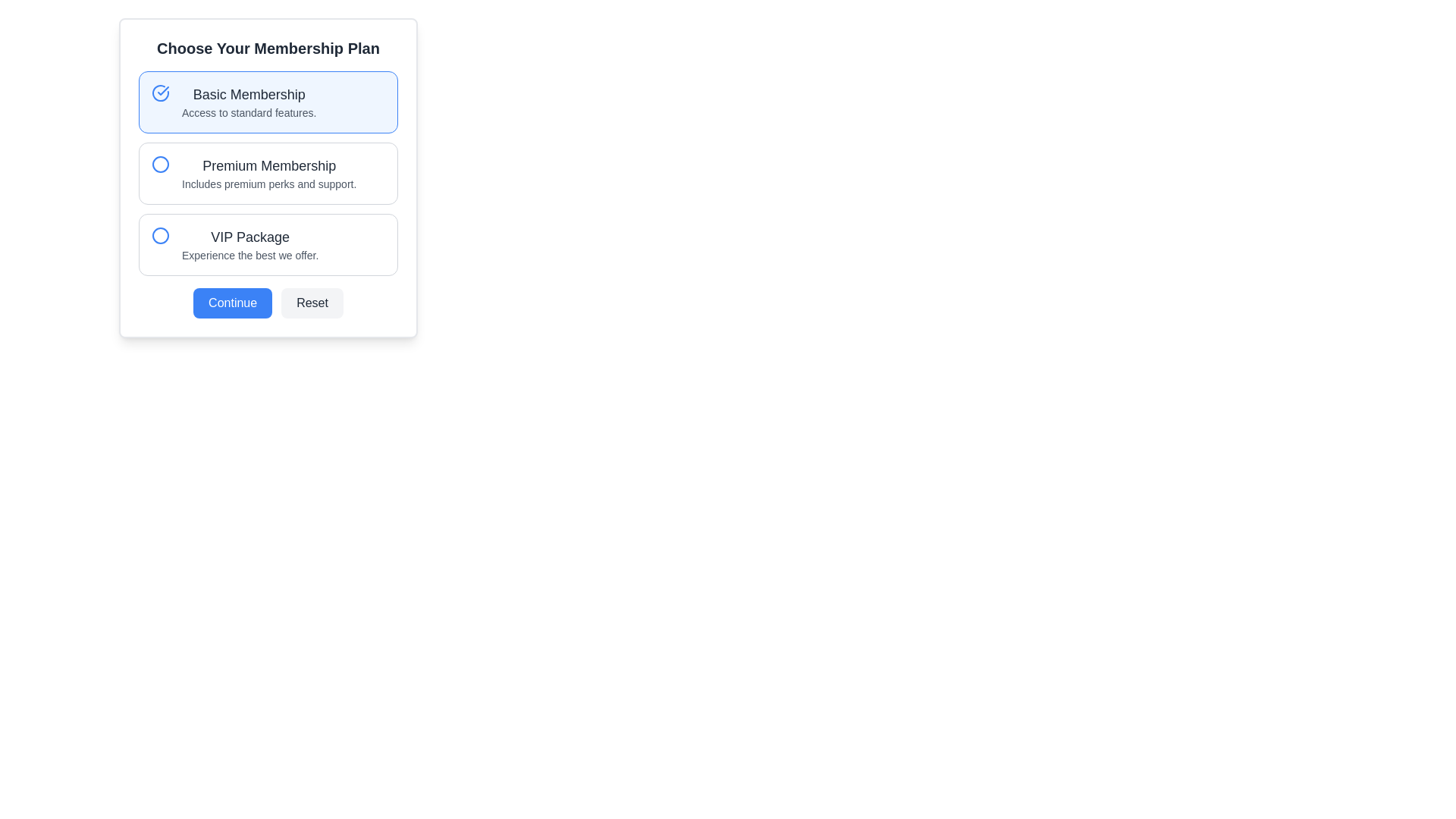 Image resolution: width=1456 pixels, height=819 pixels. I want to click on the Checkmark Icon located in the upper-left corner of the 'Basic Membership' card, which indicates selection when this membership option is chosen, so click(163, 90).